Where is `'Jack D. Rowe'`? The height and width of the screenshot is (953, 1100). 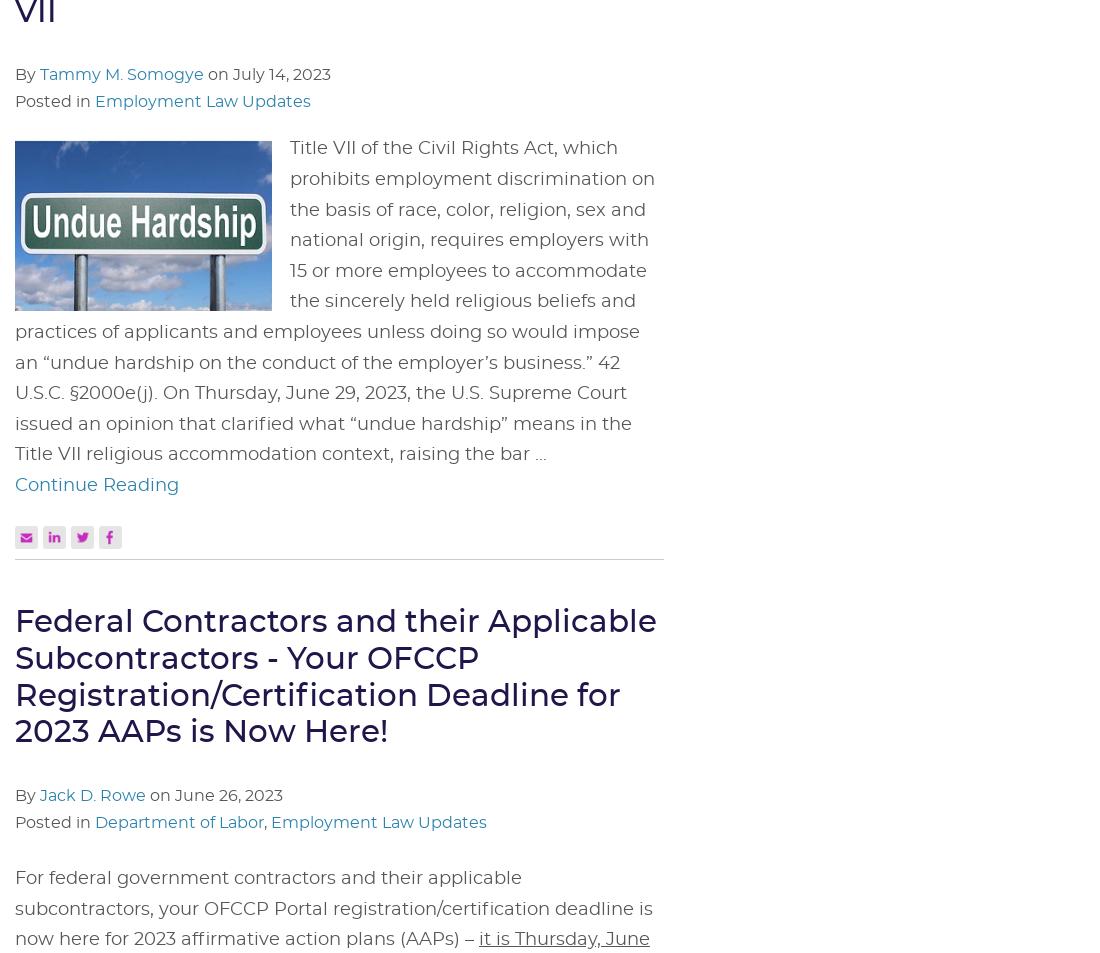
'Jack D. Rowe' is located at coordinates (92, 794).